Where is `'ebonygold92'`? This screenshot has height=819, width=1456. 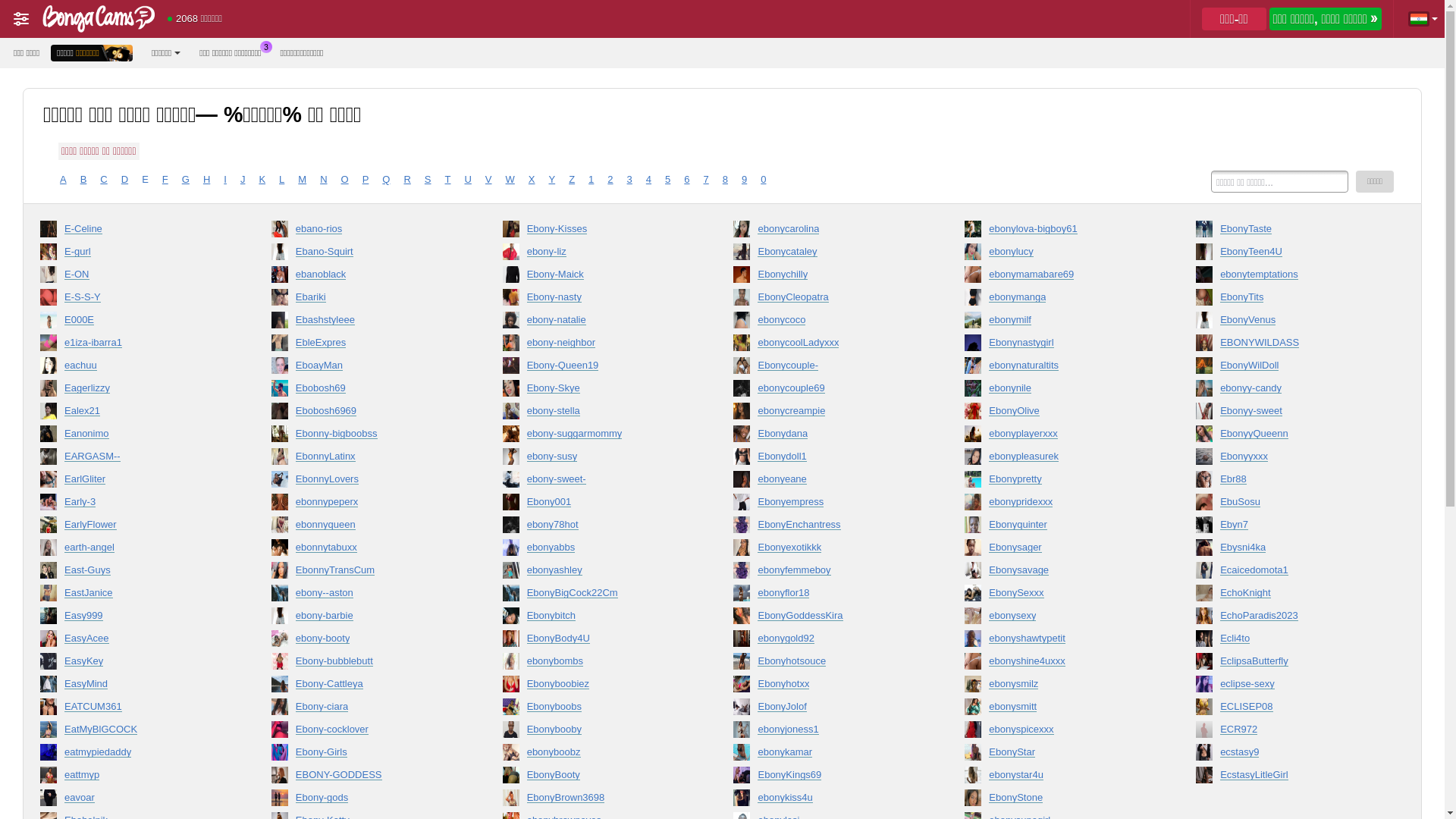
'ebonygold92' is located at coordinates (733, 641).